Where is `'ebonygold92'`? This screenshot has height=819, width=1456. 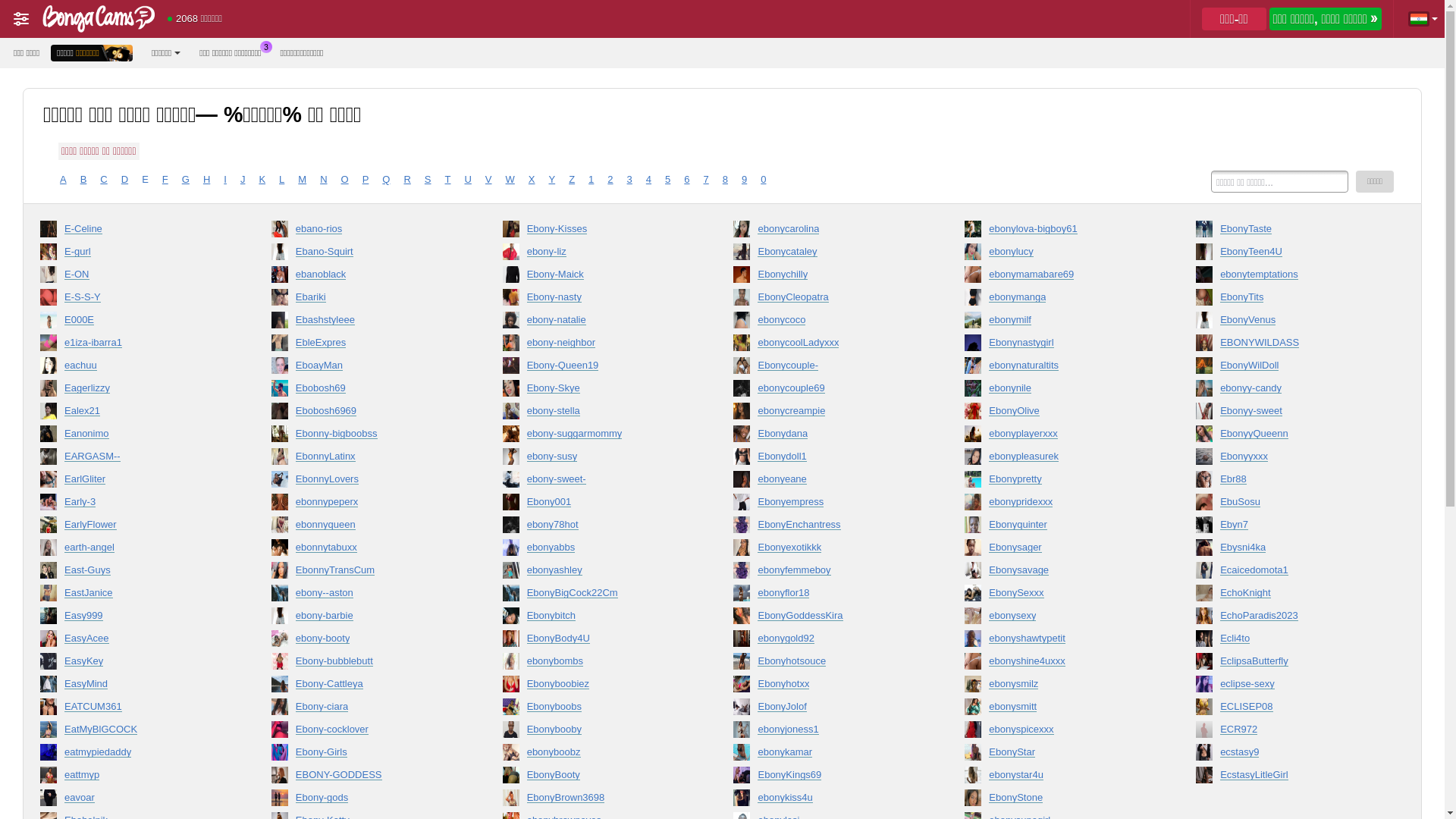
'ebonygold92' is located at coordinates (733, 641).